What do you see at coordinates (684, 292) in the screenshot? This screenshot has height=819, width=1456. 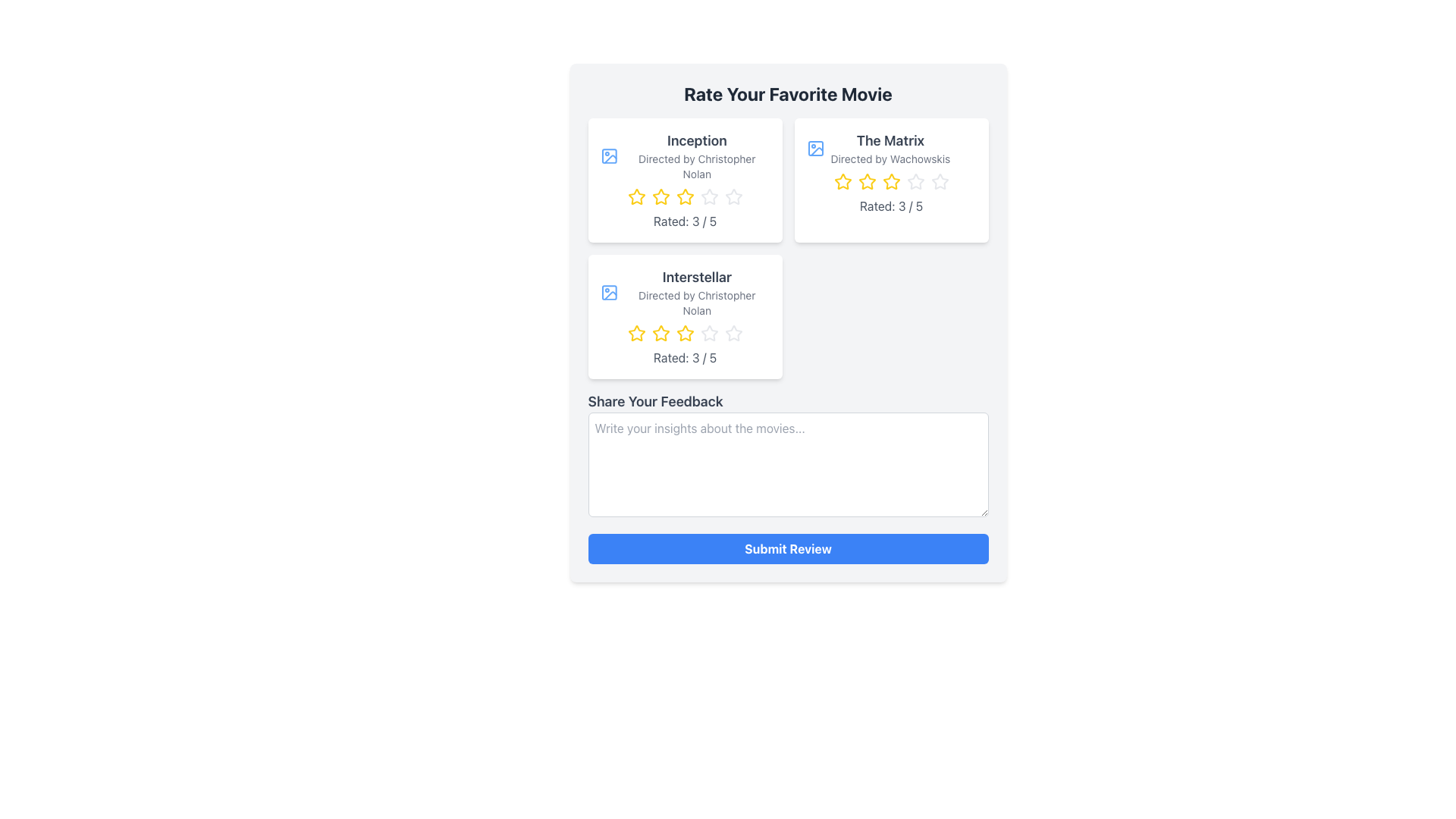 I see `the text block with icon that provides information about the movie 'Interstellar' in the movie rating interface, located in the third card of the grid, centered under 'Inception' and adjacent to 'The Matrix'` at bounding box center [684, 292].